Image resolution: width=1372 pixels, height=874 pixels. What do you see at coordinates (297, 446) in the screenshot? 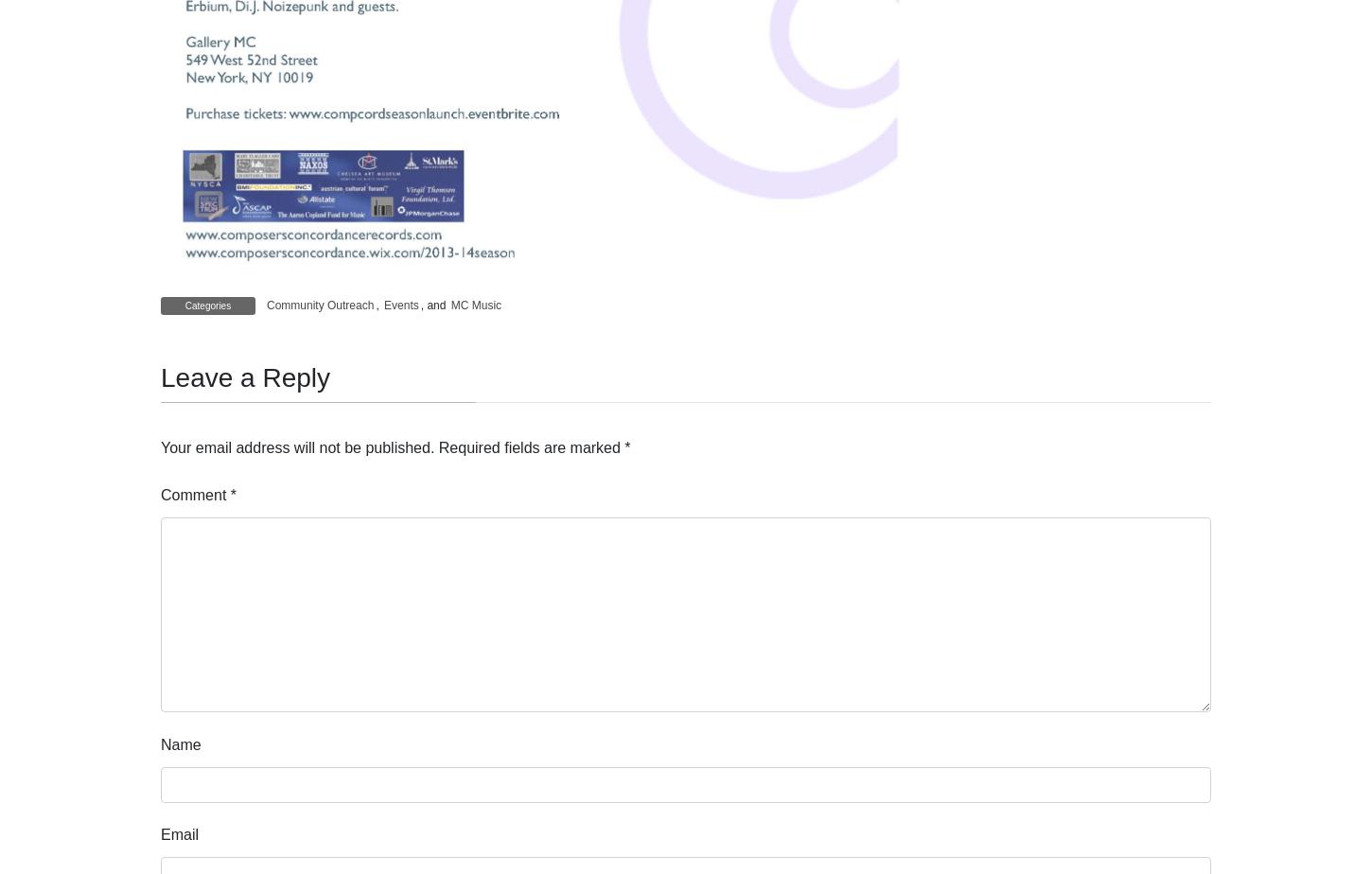
I see `'Your email address will not be published.'` at bounding box center [297, 446].